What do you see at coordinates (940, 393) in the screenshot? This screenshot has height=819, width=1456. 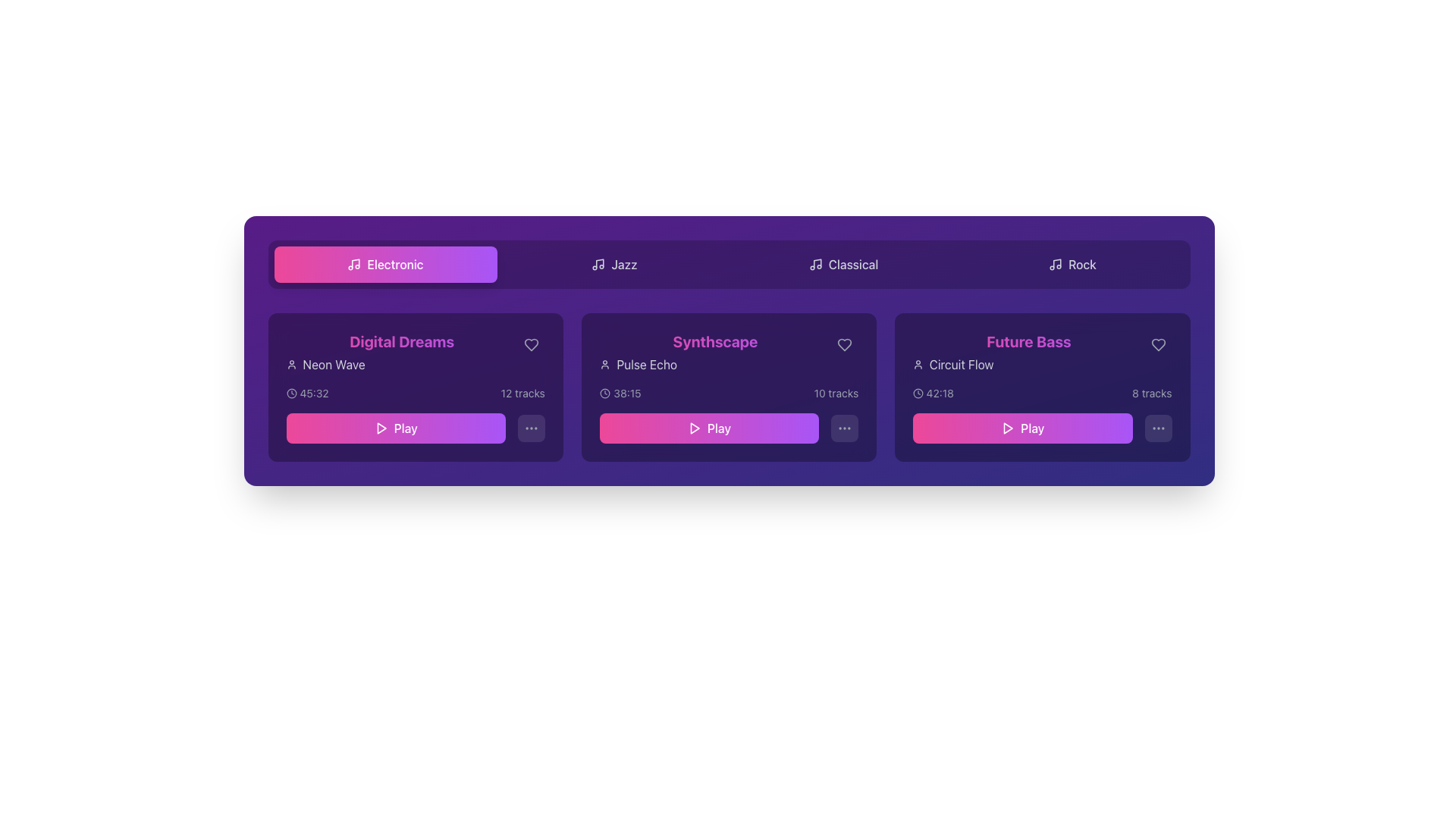 I see `the static text display reading '42:18' styled in white against a purple background, indicating a timestamp or duration, located within the 'Future Bass' card` at bounding box center [940, 393].